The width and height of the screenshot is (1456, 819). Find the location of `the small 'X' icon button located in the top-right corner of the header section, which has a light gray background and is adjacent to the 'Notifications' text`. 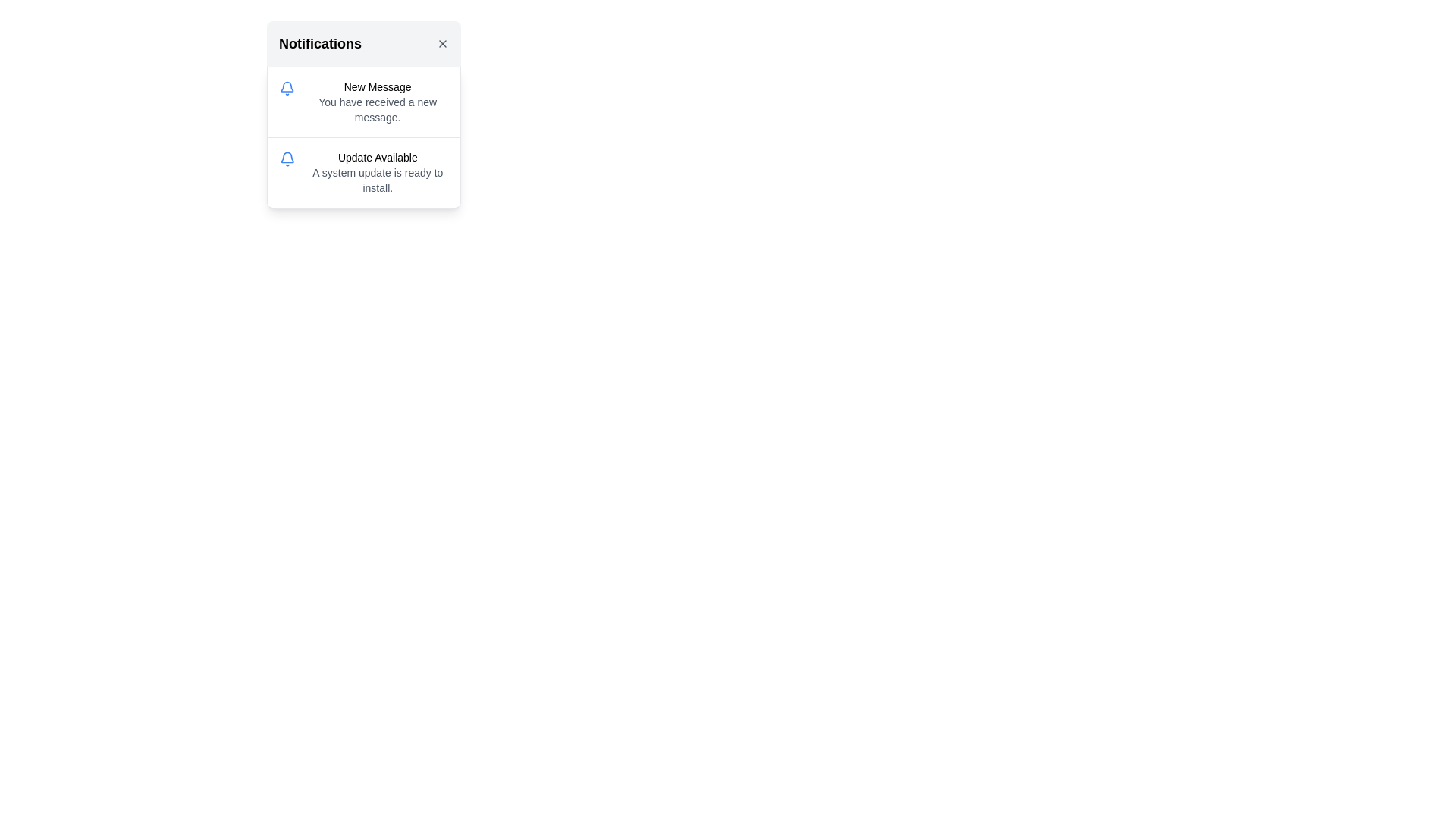

the small 'X' icon button located in the top-right corner of the header section, which has a light gray background and is adjacent to the 'Notifications' text is located at coordinates (442, 42).